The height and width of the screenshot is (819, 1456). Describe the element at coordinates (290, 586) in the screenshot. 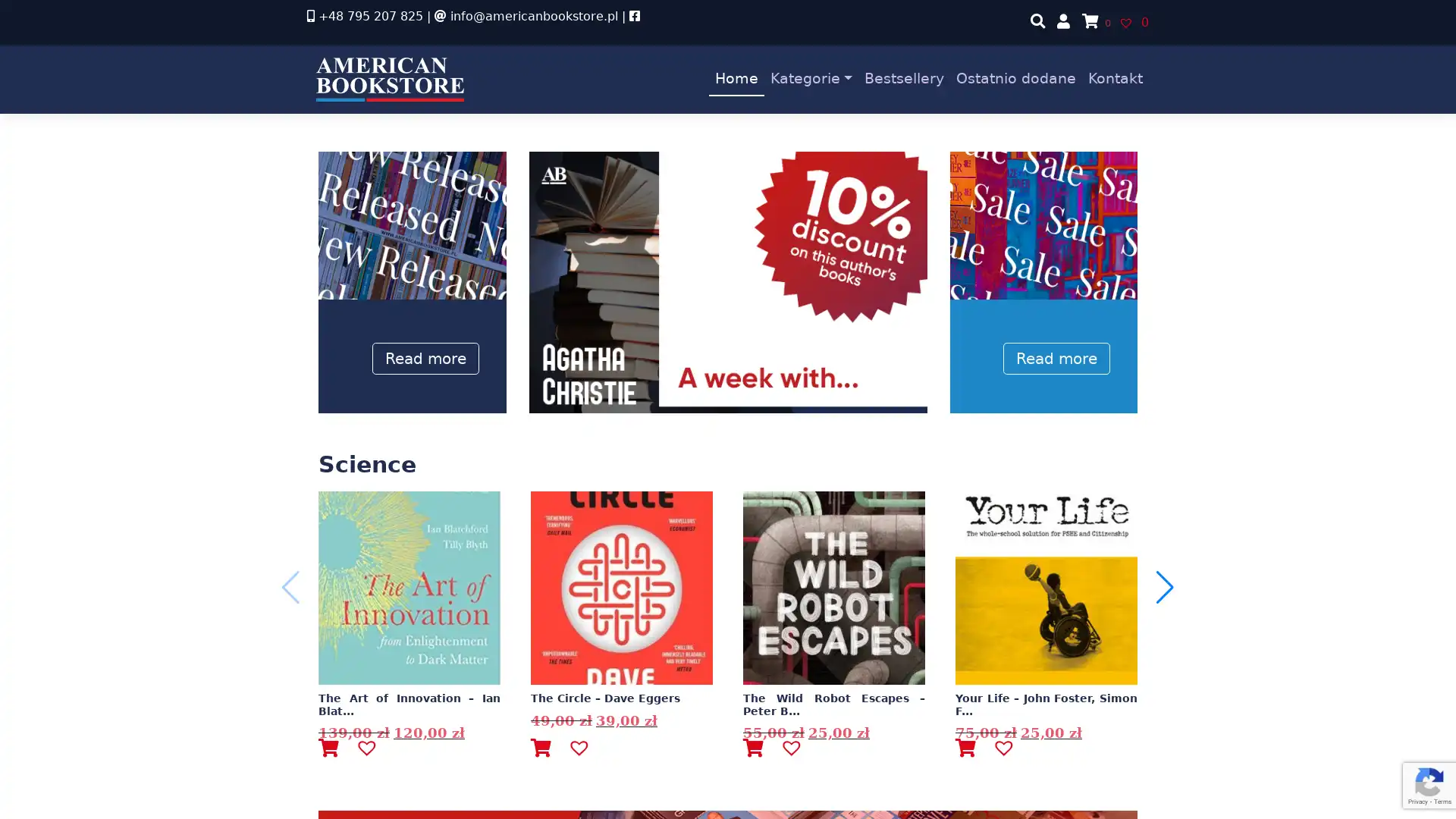

I see `Previous slide` at that location.